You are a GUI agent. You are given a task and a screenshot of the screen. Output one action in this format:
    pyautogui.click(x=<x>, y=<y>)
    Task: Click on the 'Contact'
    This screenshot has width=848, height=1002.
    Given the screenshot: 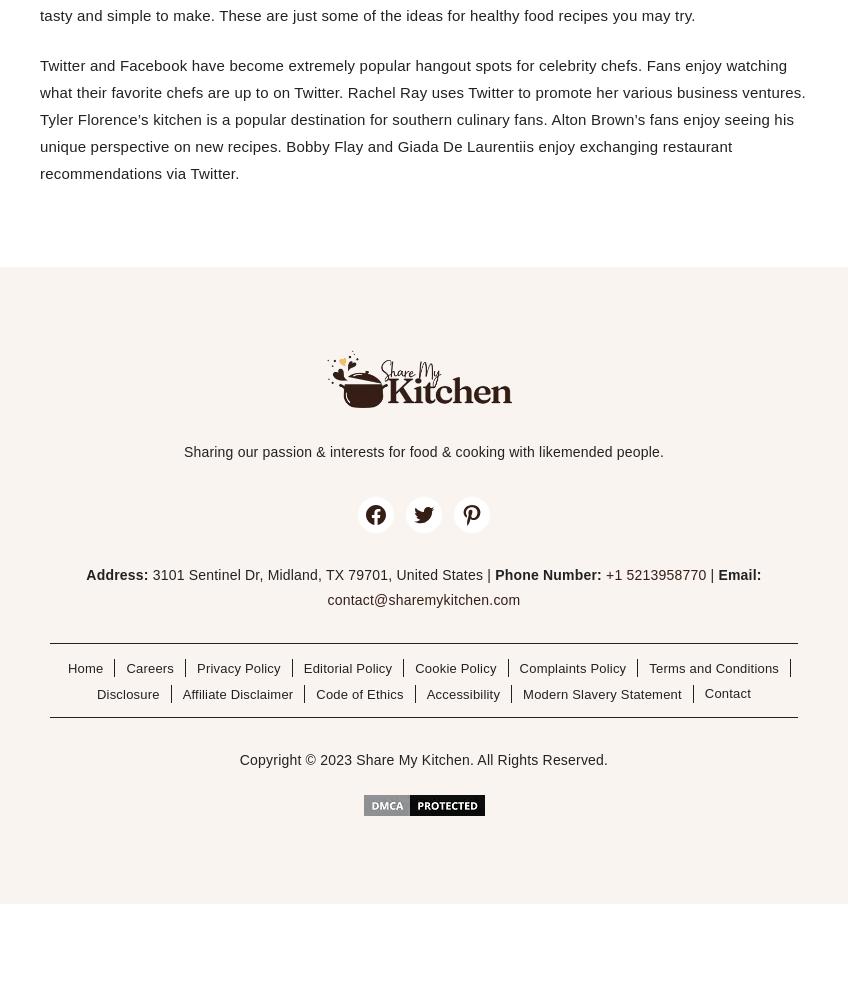 What is the action you would take?
    pyautogui.click(x=727, y=693)
    